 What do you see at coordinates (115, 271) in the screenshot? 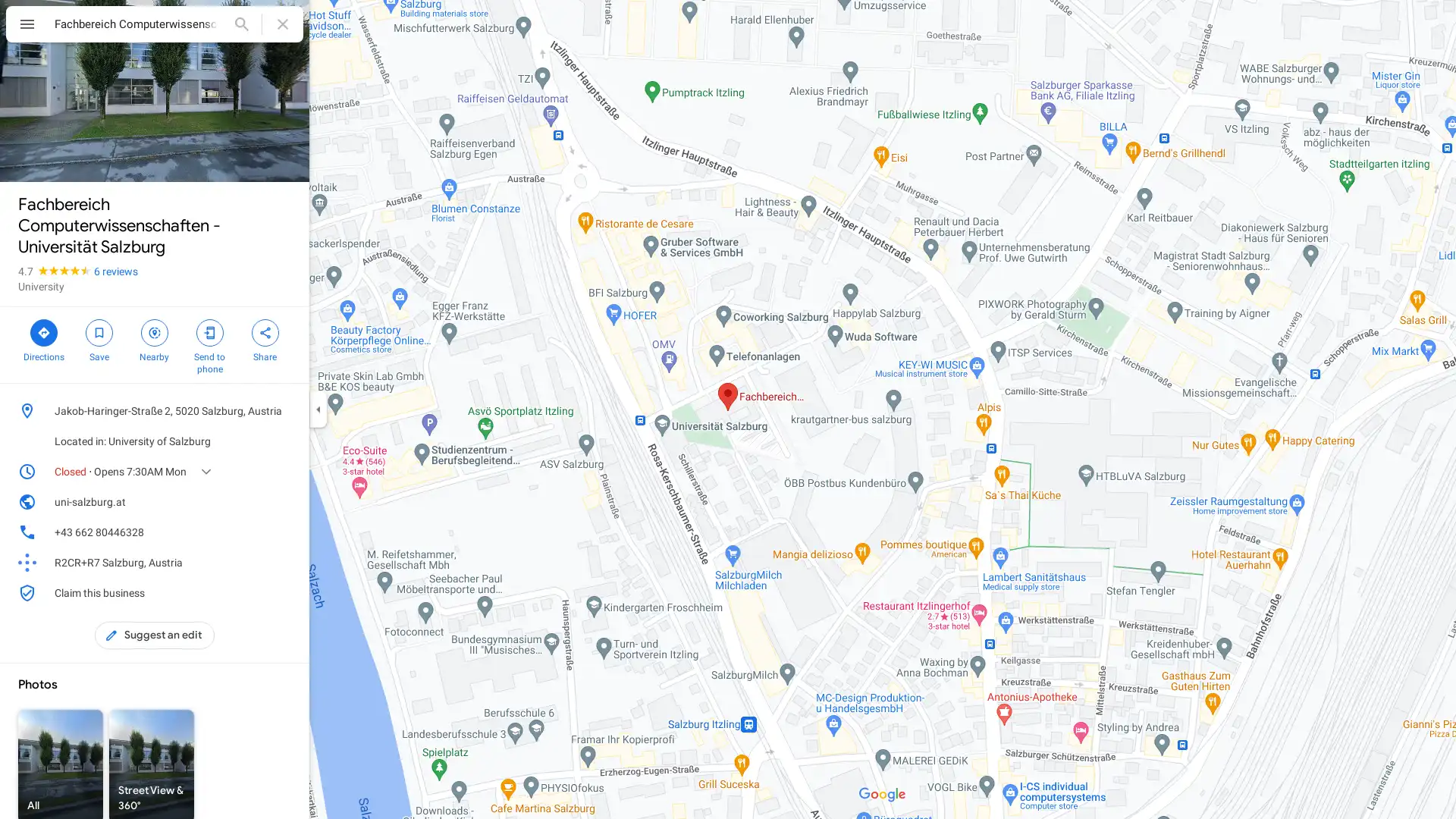
I see `6 reviews` at bounding box center [115, 271].